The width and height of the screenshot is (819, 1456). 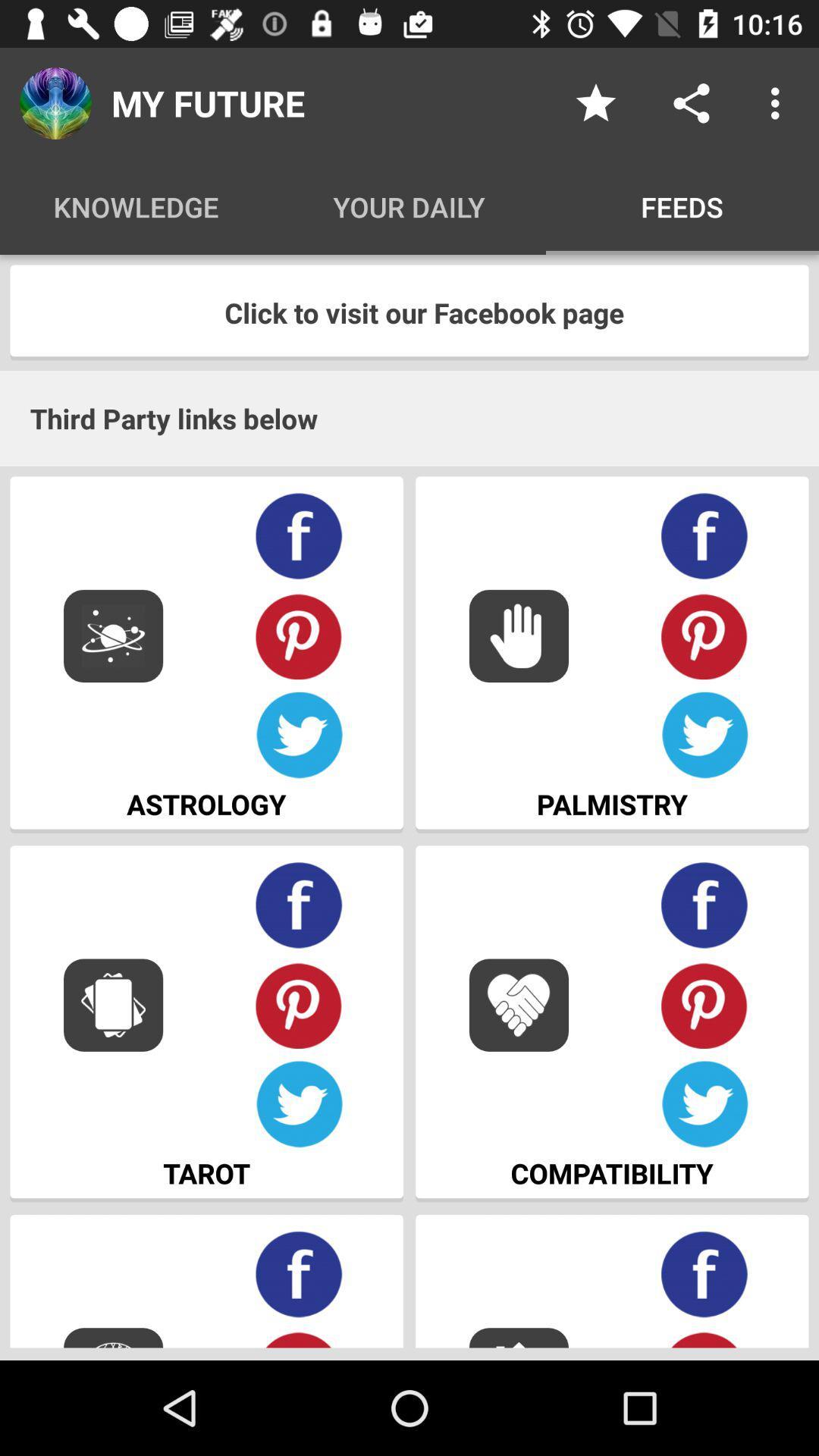 I want to click on open facebook, so click(x=299, y=1274).